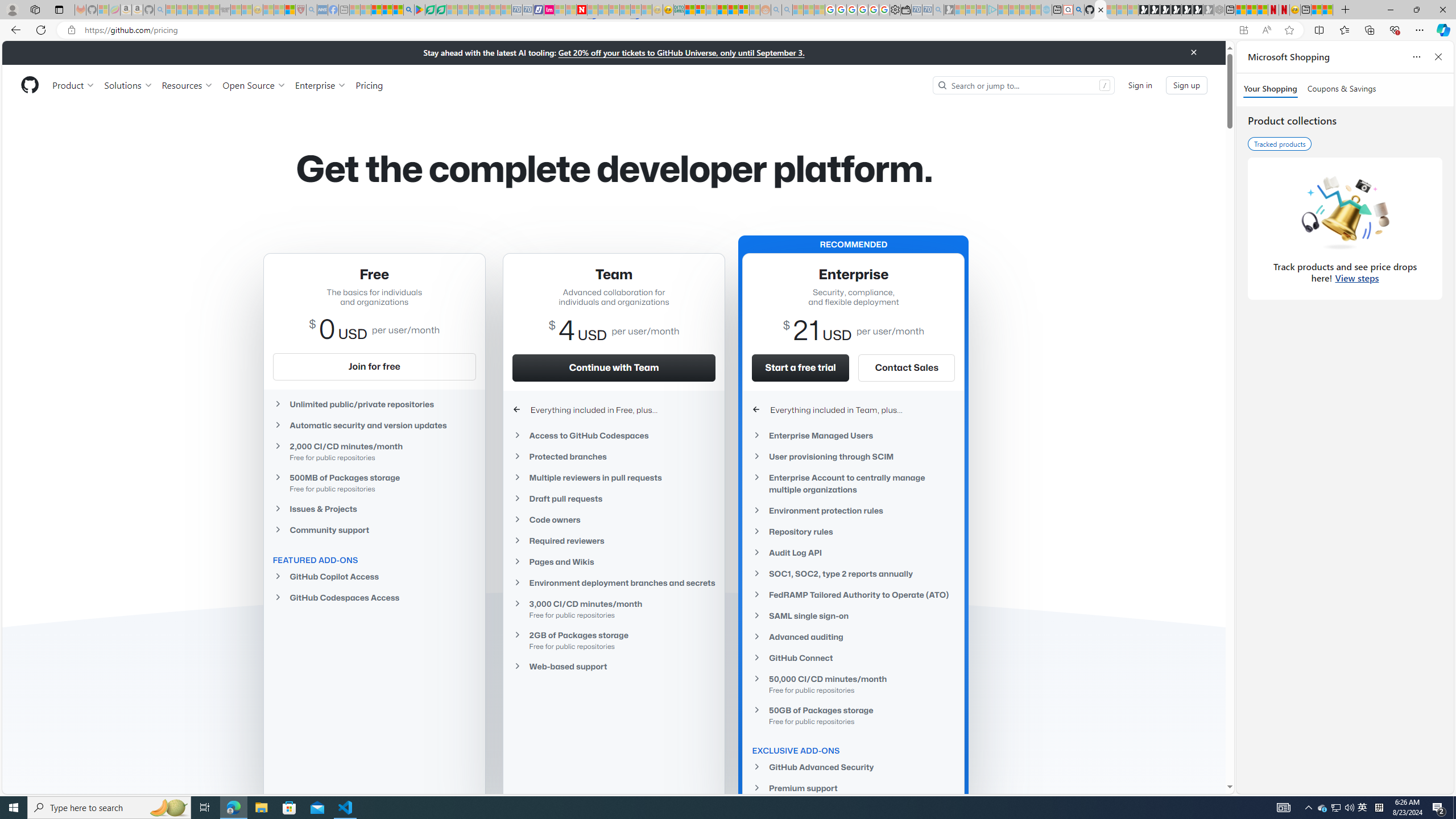 Image resolution: width=1456 pixels, height=819 pixels. What do you see at coordinates (853, 788) in the screenshot?
I see `'Premium support'` at bounding box center [853, 788].